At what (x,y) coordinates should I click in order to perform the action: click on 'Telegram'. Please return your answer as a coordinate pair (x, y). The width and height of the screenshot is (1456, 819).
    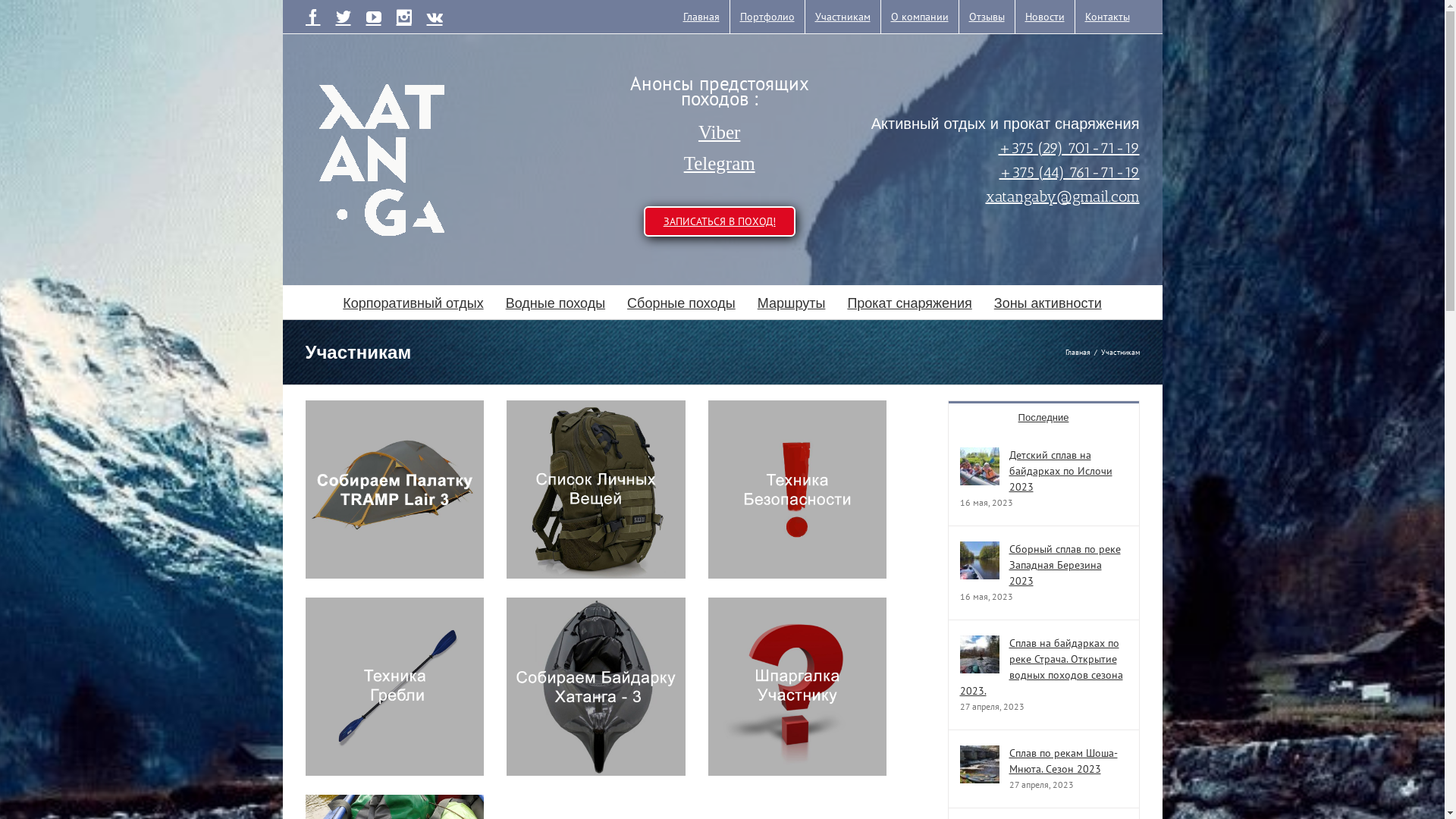
    Looking at the image, I should click on (719, 164).